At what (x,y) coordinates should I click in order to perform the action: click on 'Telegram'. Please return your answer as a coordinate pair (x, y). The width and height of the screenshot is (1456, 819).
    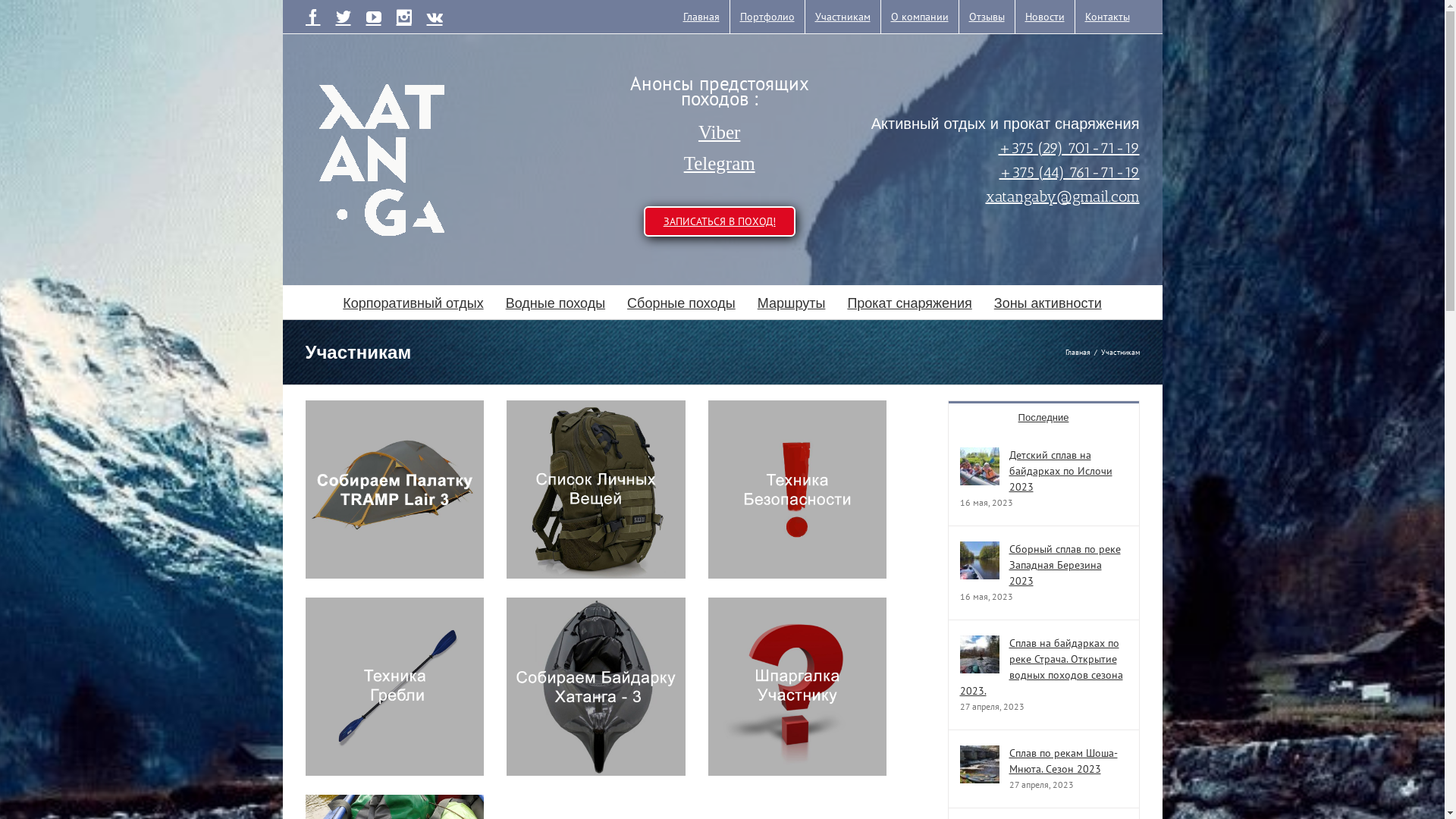
    Looking at the image, I should click on (719, 164).